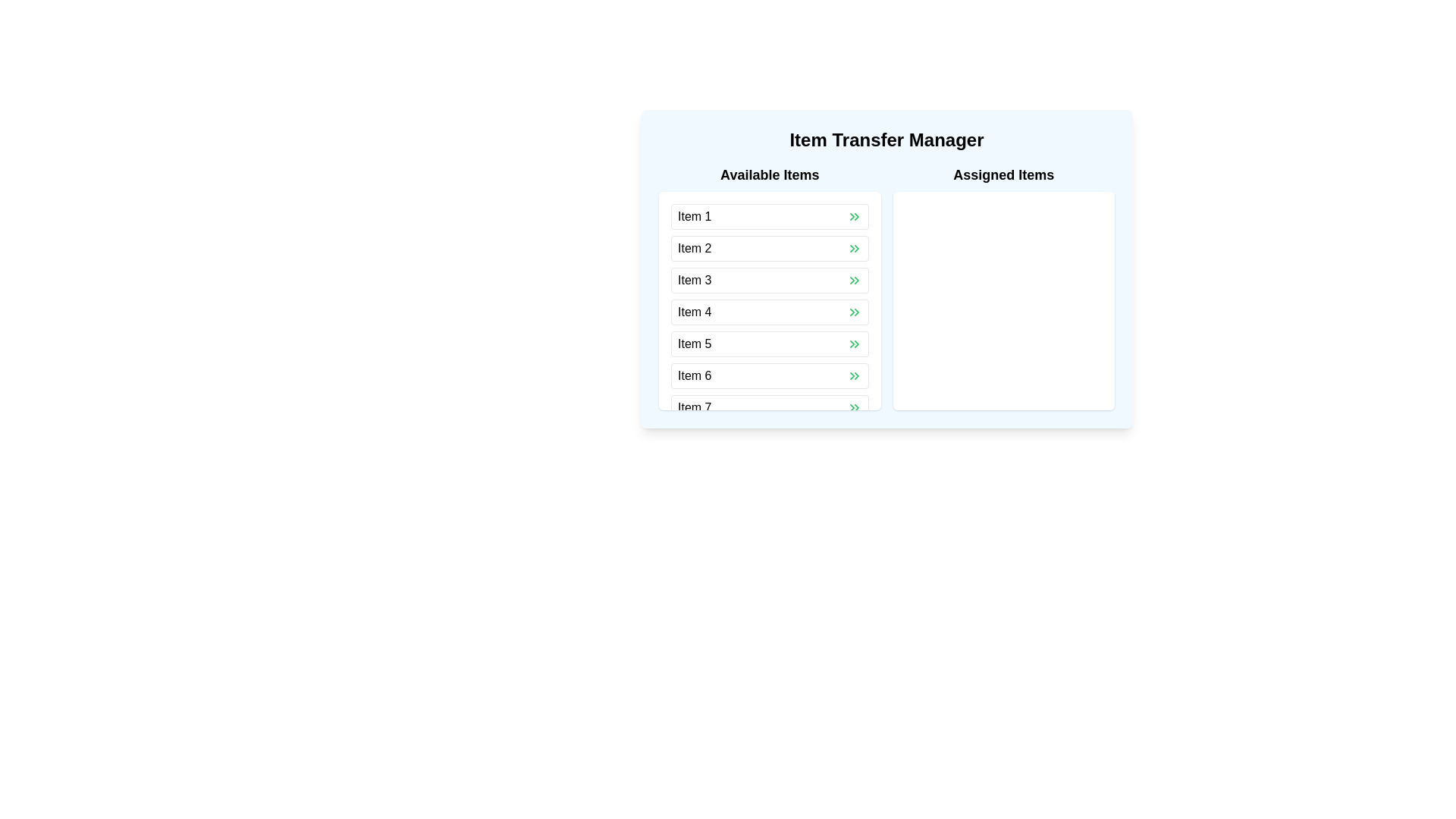 The height and width of the screenshot is (819, 1456). Describe the element at coordinates (770, 174) in the screenshot. I see `the 'Available Items' label positioned at the top-left corner of the two-column layout` at that location.